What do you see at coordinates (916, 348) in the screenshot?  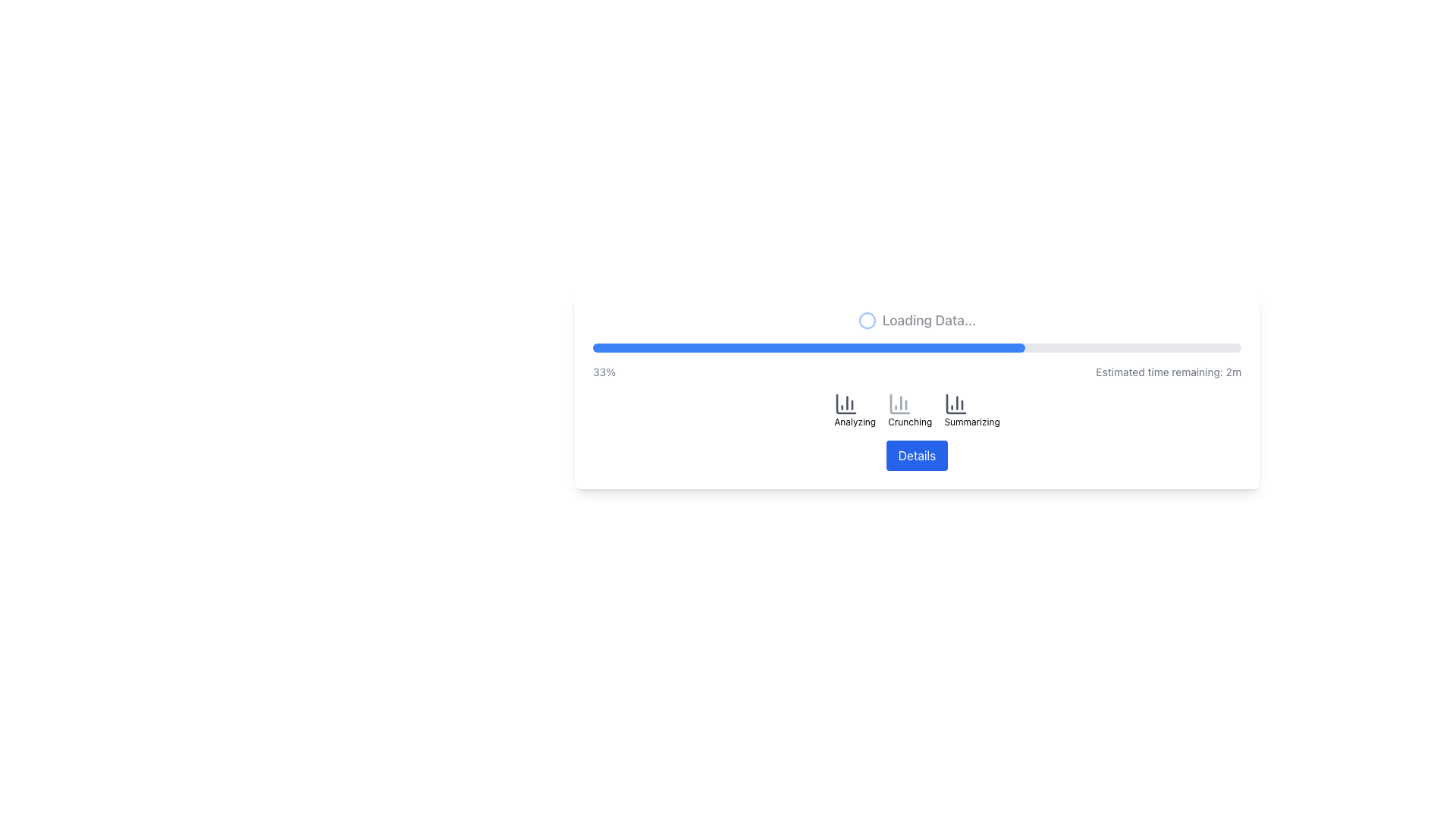 I see `the horizontal progress bar that indicates the progress of a process, which is filled approximately one-third with blue and located centrally below the 'Loading Data...' label` at bounding box center [916, 348].